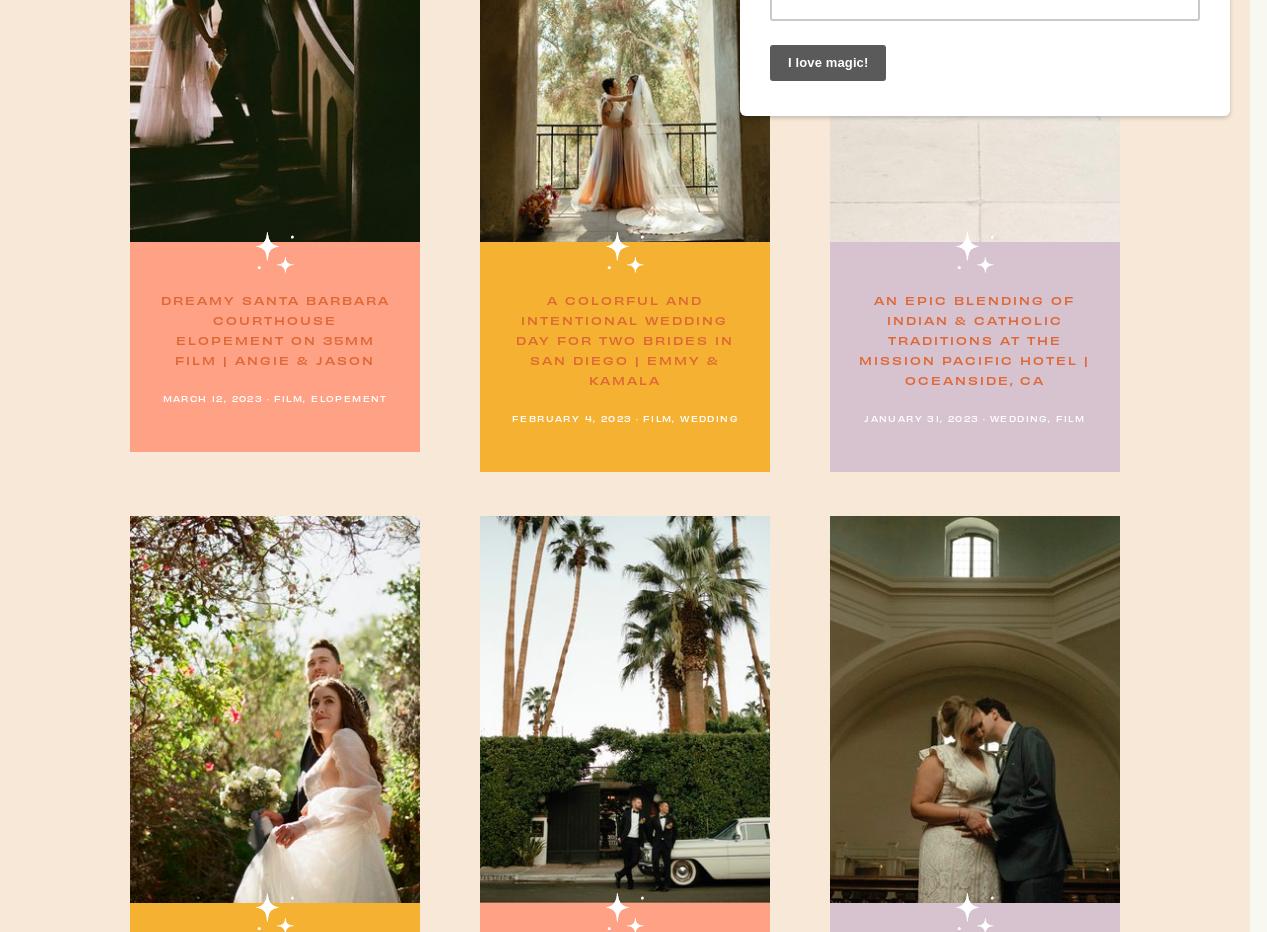 The height and width of the screenshot is (932, 1267). Describe the element at coordinates (570, 417) in the screenshot. I see `'February 4, 2023'` at that location.